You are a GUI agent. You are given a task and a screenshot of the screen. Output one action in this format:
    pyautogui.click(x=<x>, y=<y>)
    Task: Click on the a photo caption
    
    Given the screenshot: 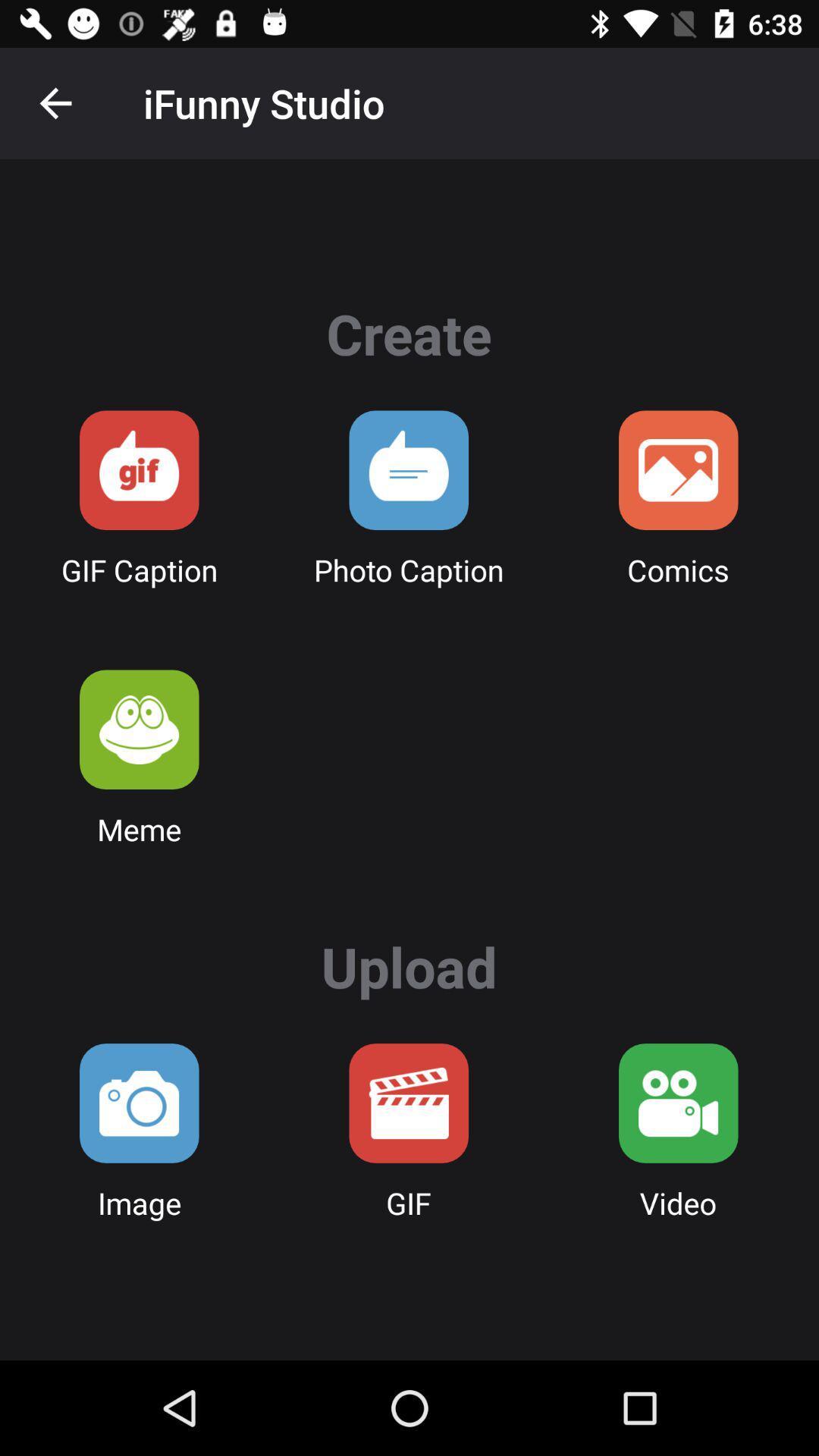 What is the action you would take?
    pyautogui.click(x=408, y=469)
    